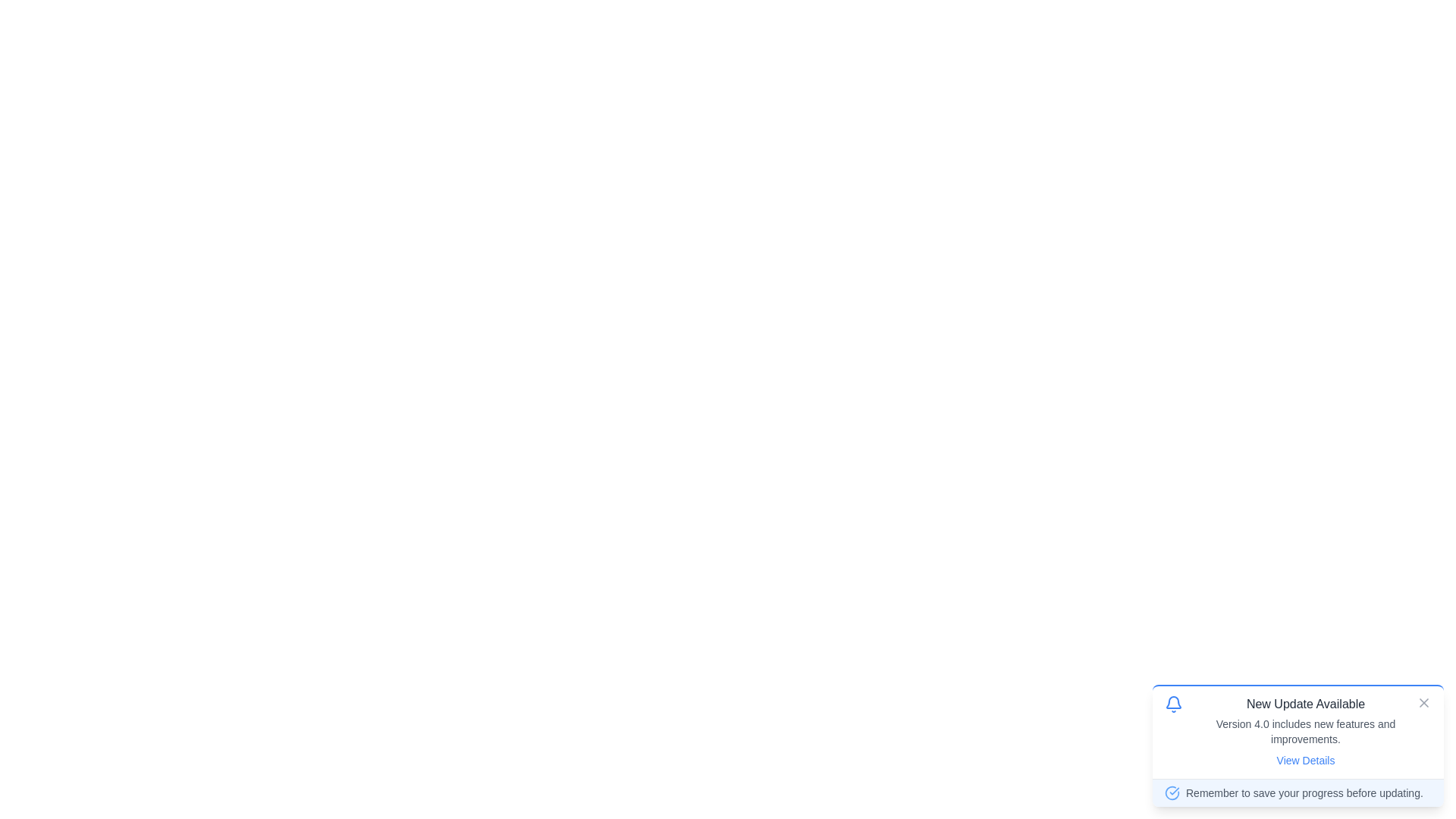 This screenshot has height=819, width=1456. What do you see at coordinates (1171, 792) in the screenshot?
I see `the check icon located to the left of the text 'Remember to save your progress before updating.' in the lower section of the notification box` at bounding box center [1171, 792].